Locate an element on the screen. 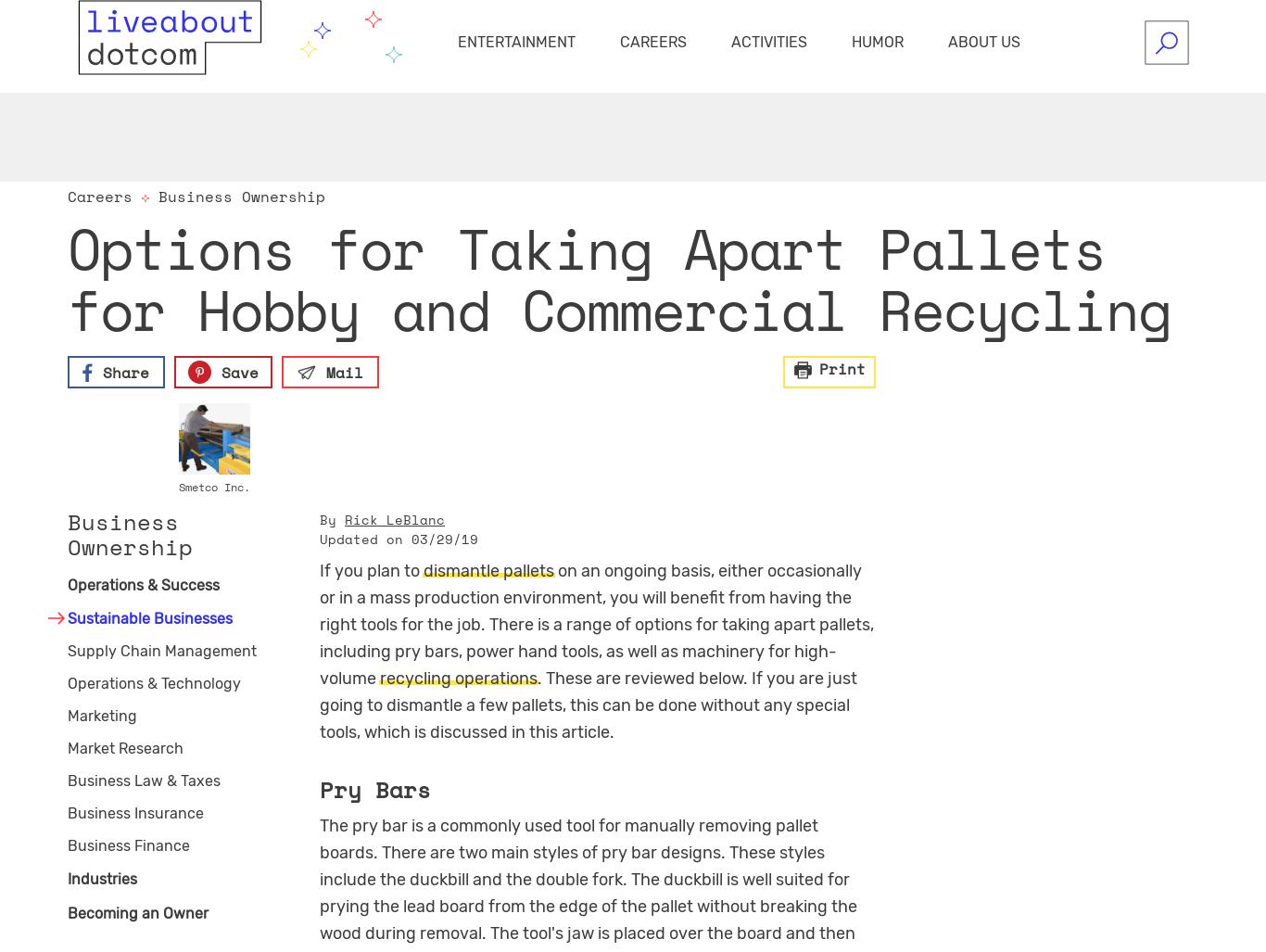 The height and width of the screenshot is (952, 1266). 'Rick LeBlanc' is located at coordinates (394, 517).